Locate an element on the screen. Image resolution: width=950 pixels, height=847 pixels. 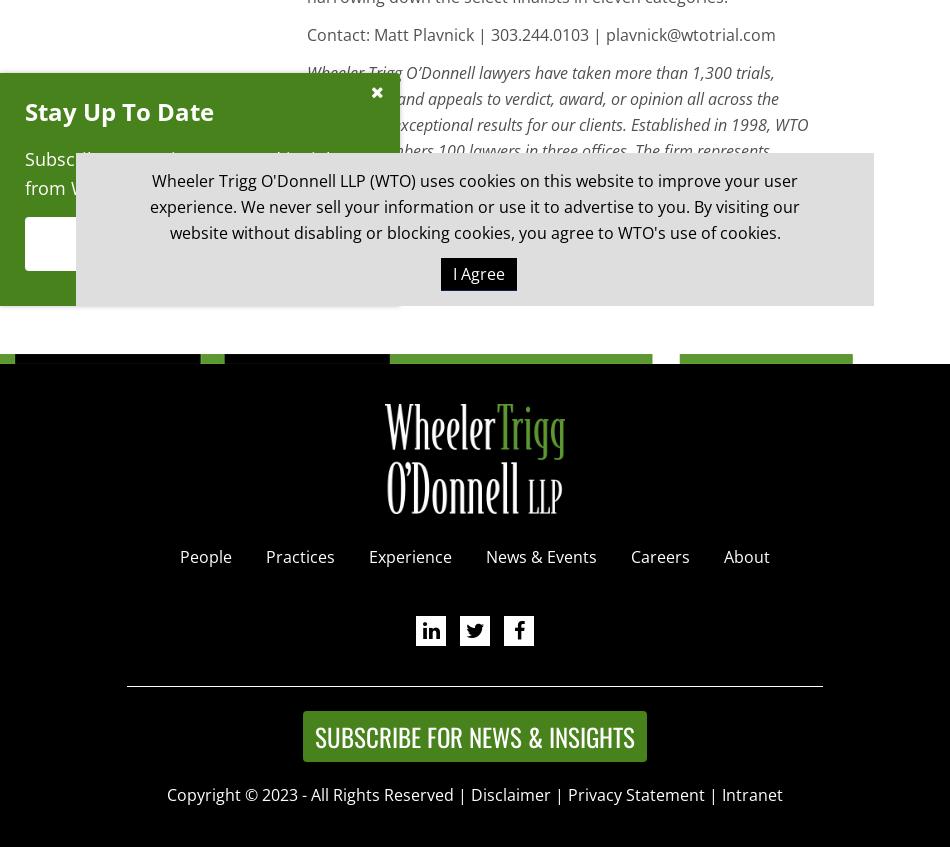
'About' is located at coordinates (745, 555).